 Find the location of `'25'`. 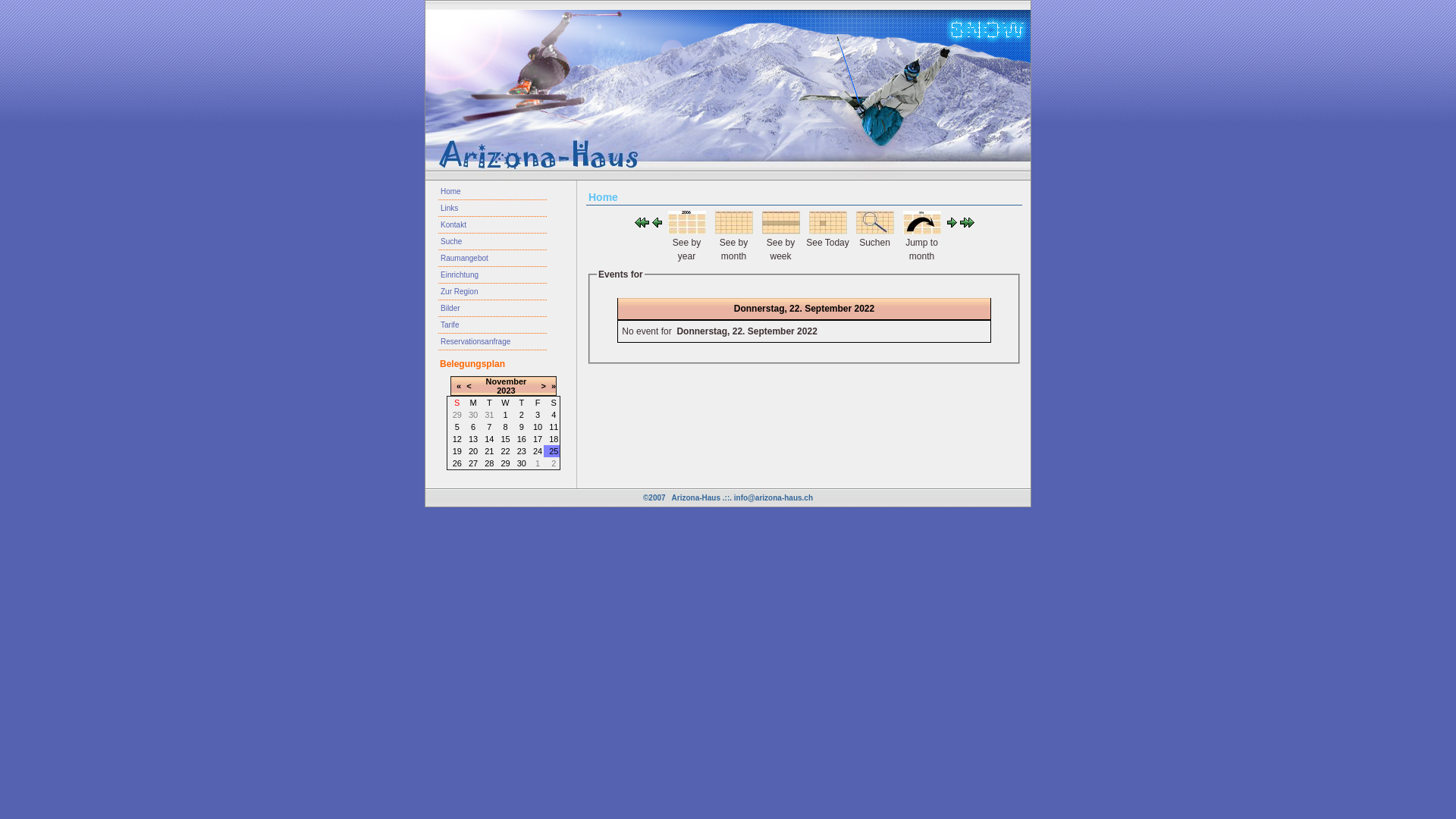

'25' is located at coordinates (552, 450).